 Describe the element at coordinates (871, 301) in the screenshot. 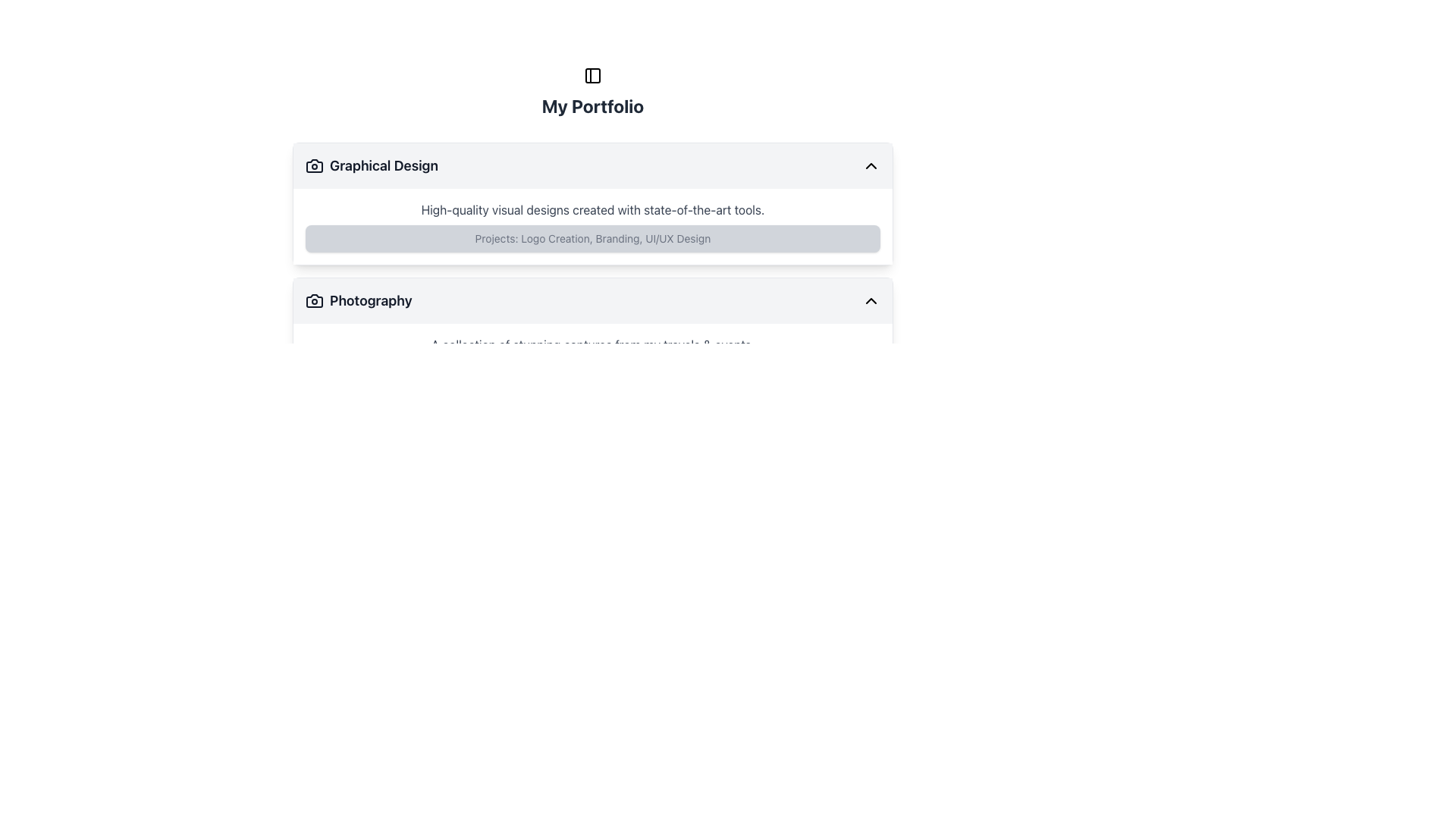

I see `the toggle icon located at the far-right of the 'Photography' section` at that location.